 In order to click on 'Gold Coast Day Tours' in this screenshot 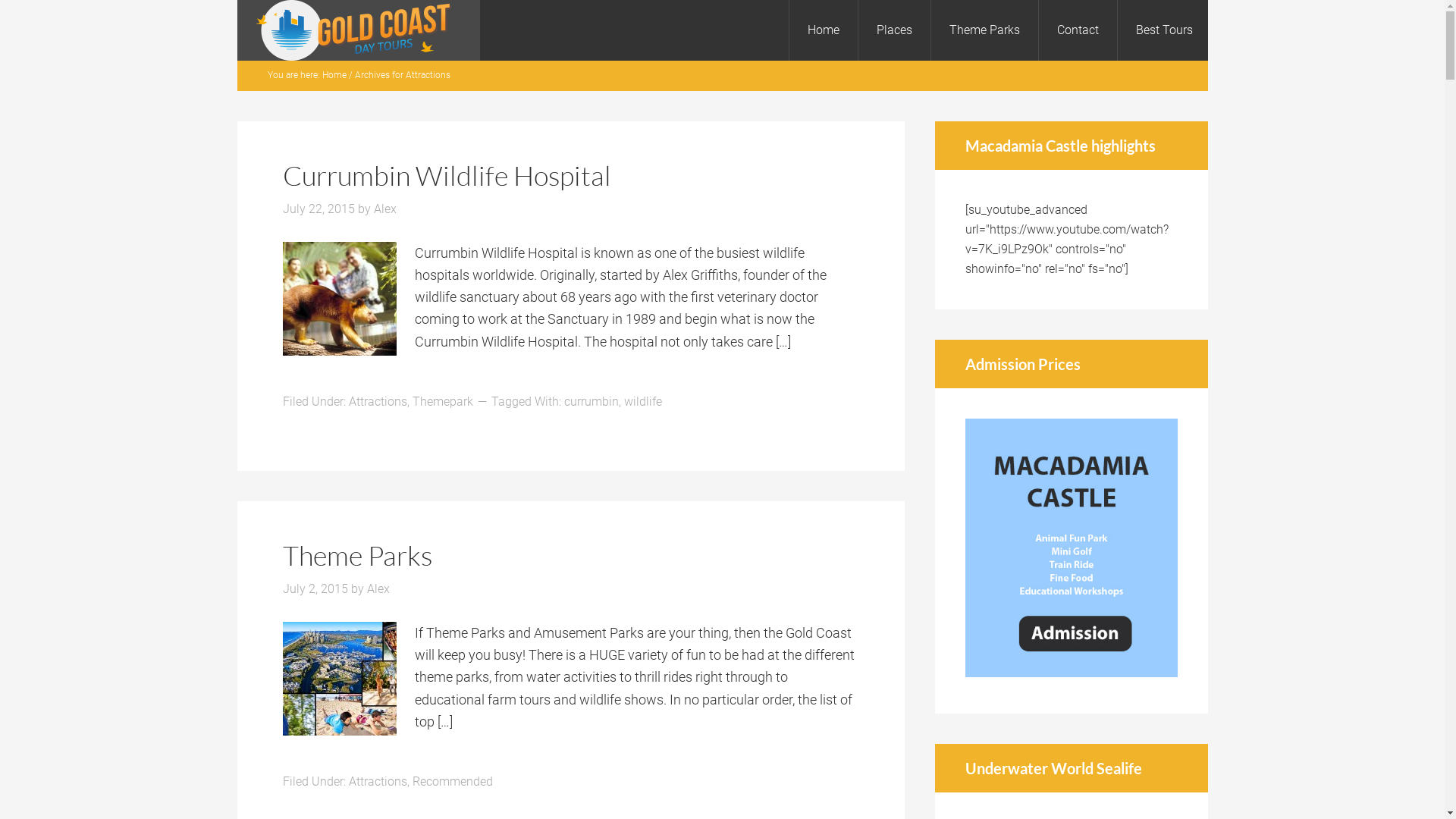, I will do `click(356, 30)`.